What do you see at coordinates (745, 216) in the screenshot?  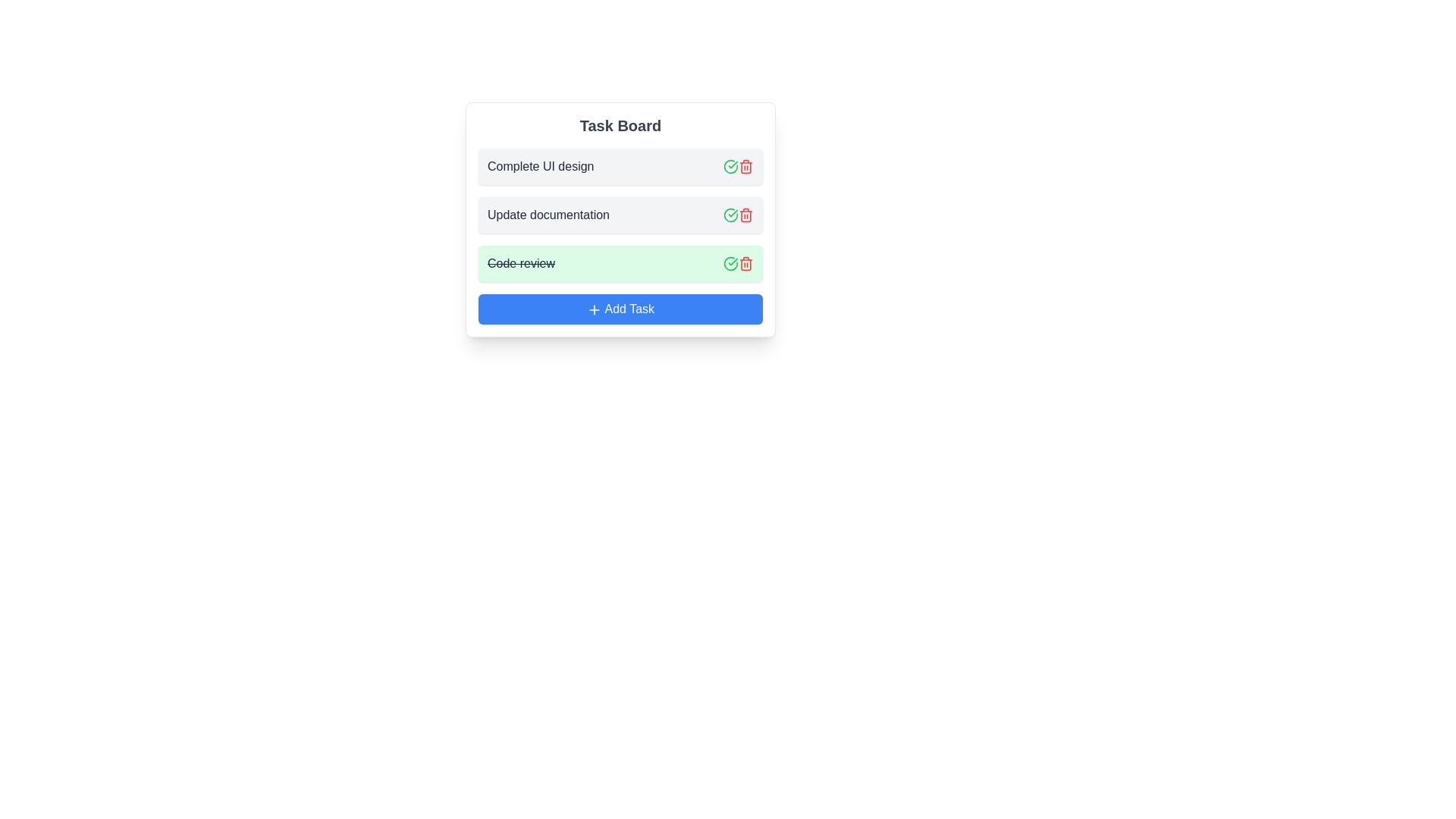 I see `the central part of the red-colored trash bin icon representing the delete action for the task 'Update documentation'` at bounding box center [745, 216].